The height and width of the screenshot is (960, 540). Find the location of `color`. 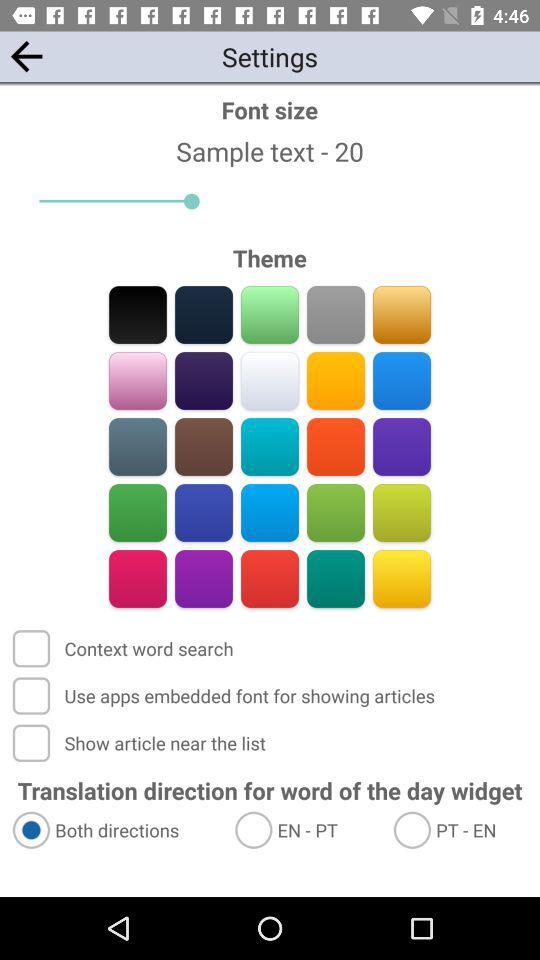

color is located at coordinates (203, 578).